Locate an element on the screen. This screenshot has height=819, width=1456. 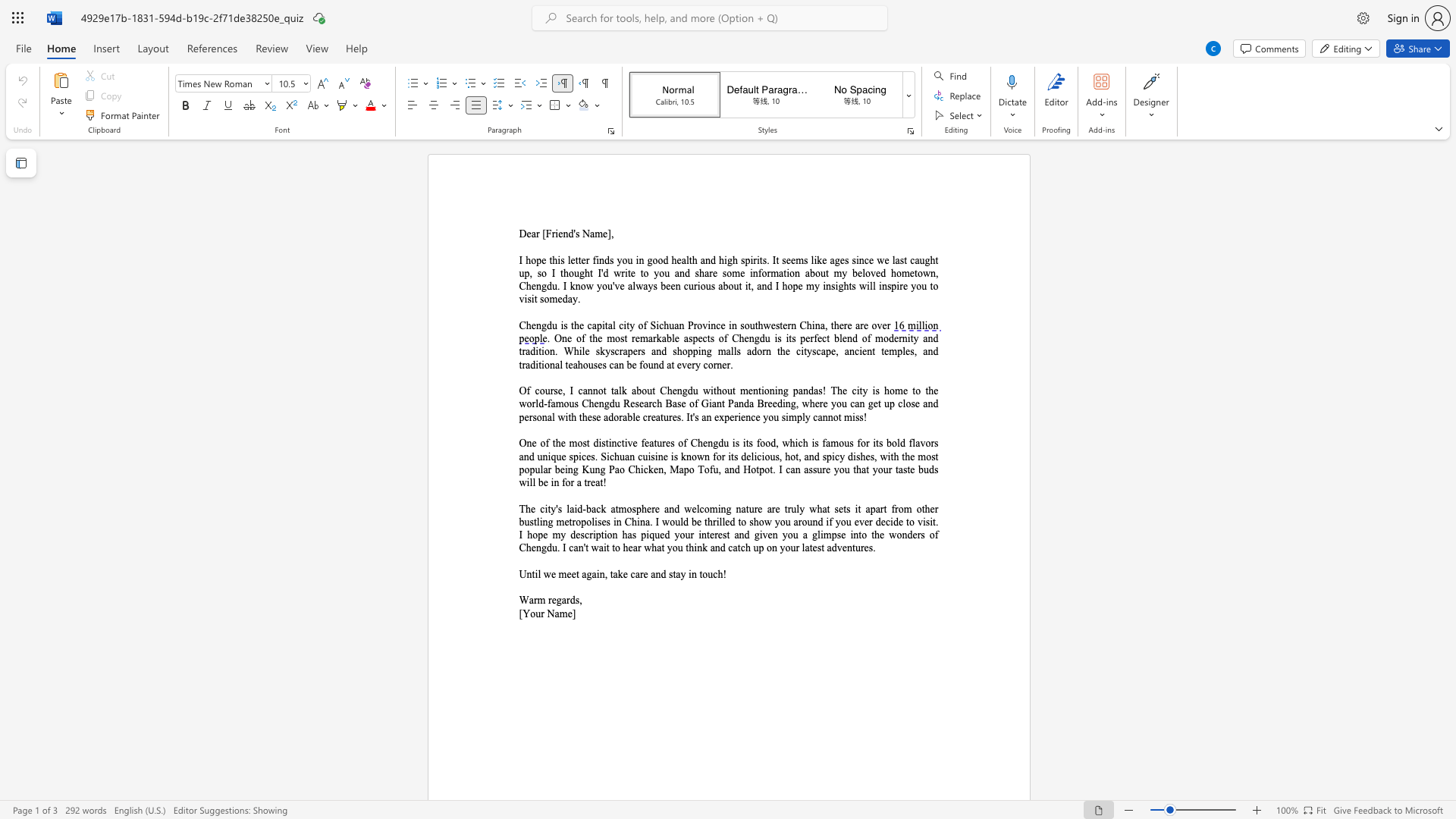
the space between the continuous character "o" and "u" in the text is located at coordinates (707, 574).